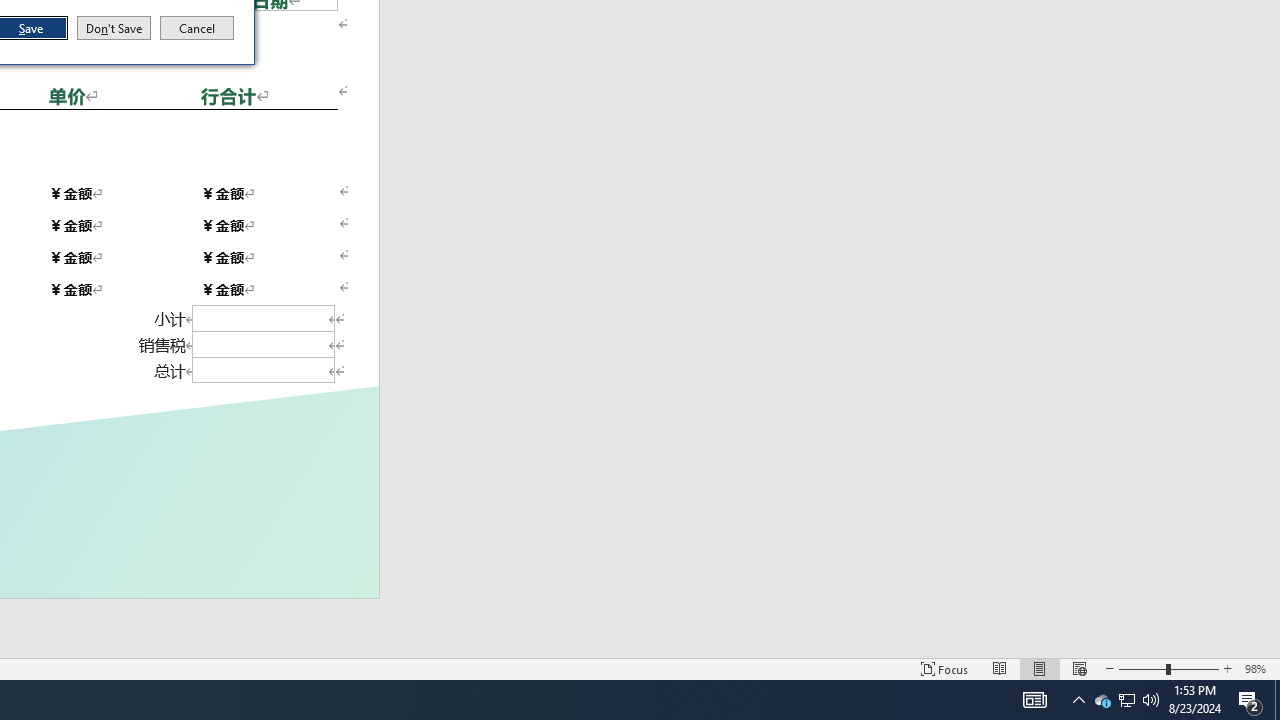 This screenshot has width=1280, height=720. Describe the element at coordinates (1142, 669) in the screenshot. I see `'Zoom'` at that location.